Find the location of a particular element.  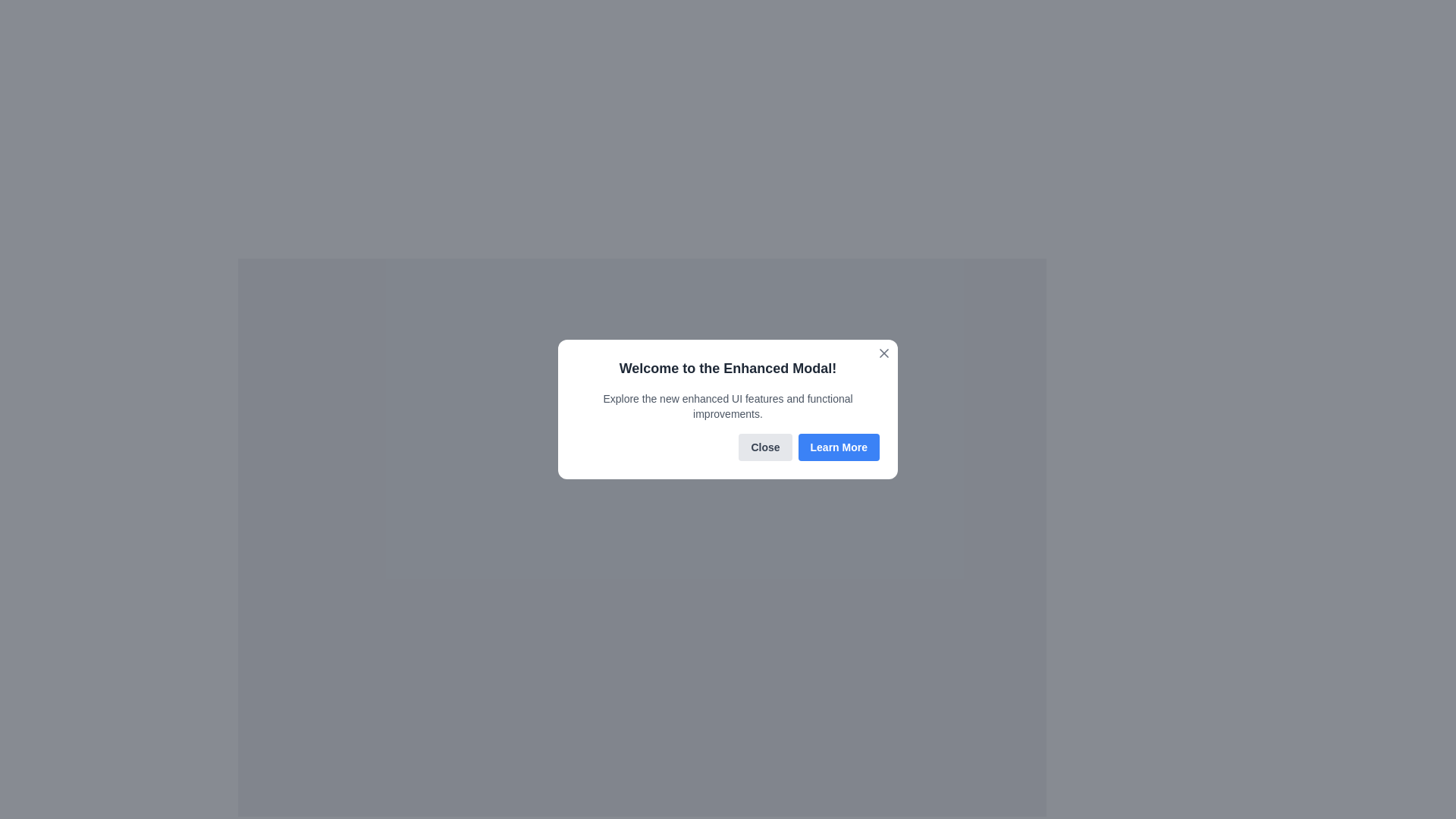

informational text block located below the 'Welcome to the Enhanced Modal!' text and above the 'Close' and 'Learn More' buttons is located at coordinates (728, 406).